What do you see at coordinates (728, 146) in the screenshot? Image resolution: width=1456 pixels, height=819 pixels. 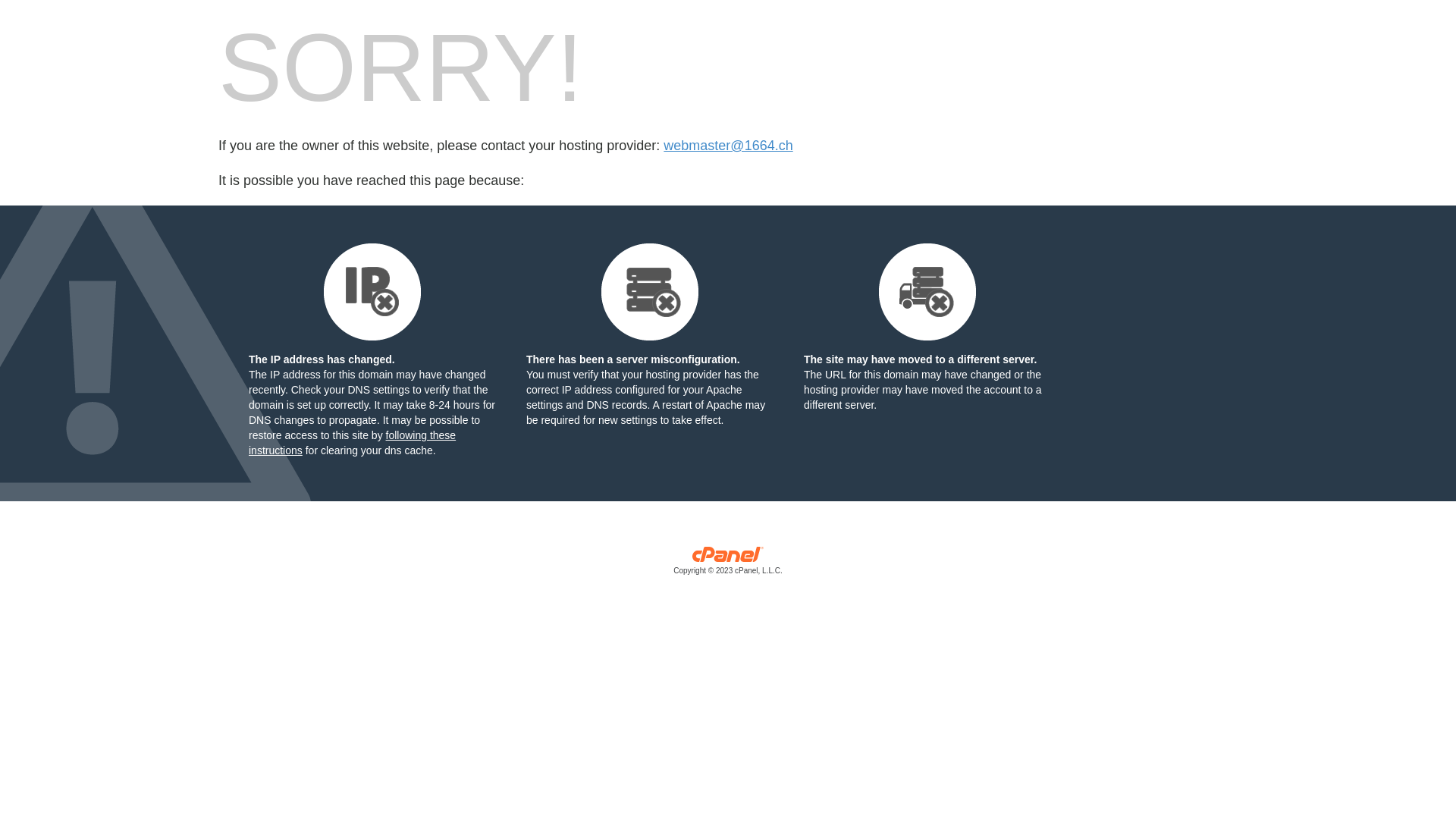 I see `'webmaster@1664.ch'` at bounding box center [728, 146].